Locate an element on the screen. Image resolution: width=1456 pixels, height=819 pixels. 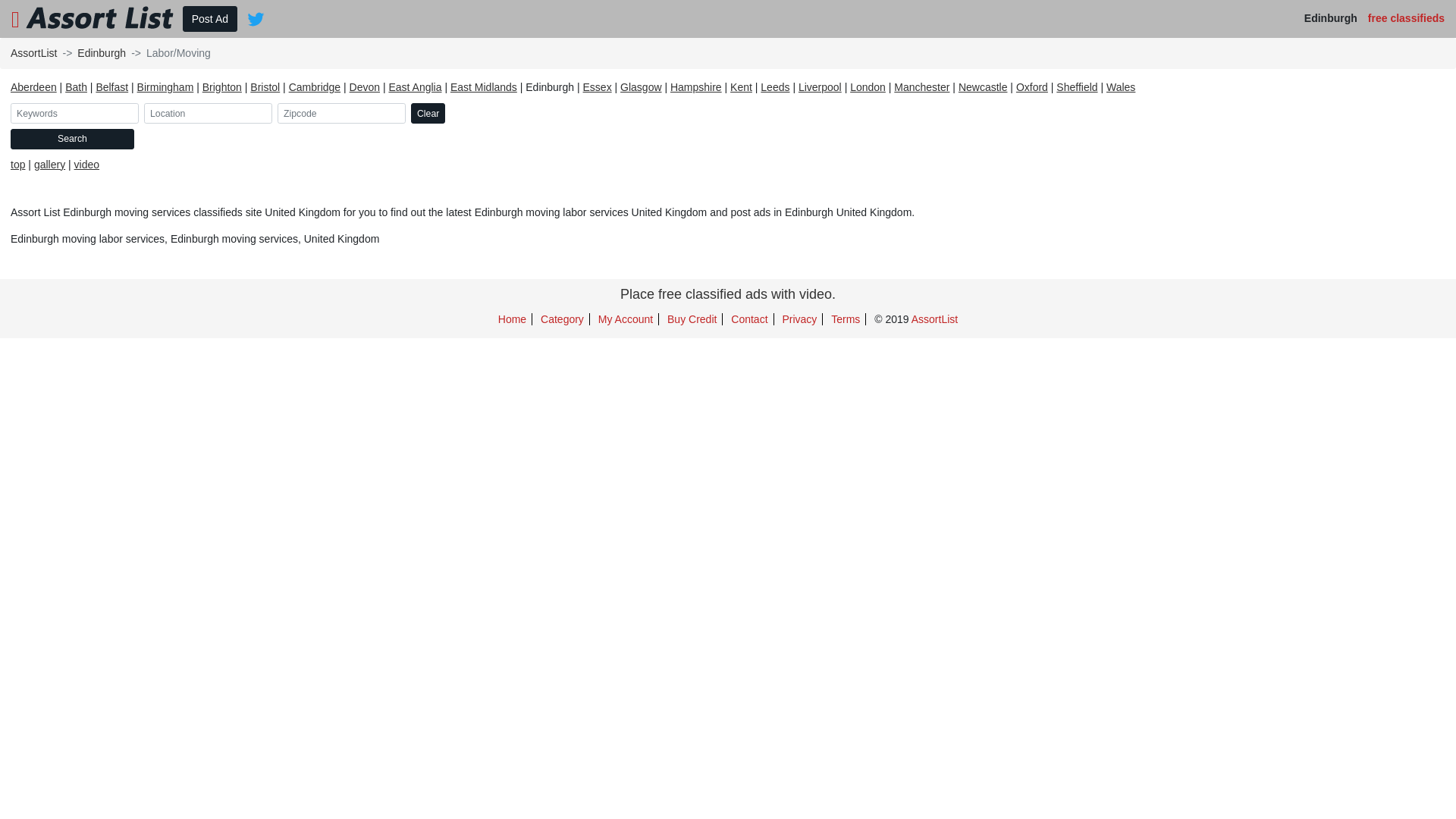
'Birmingham' is located at coordinates (165, 87).